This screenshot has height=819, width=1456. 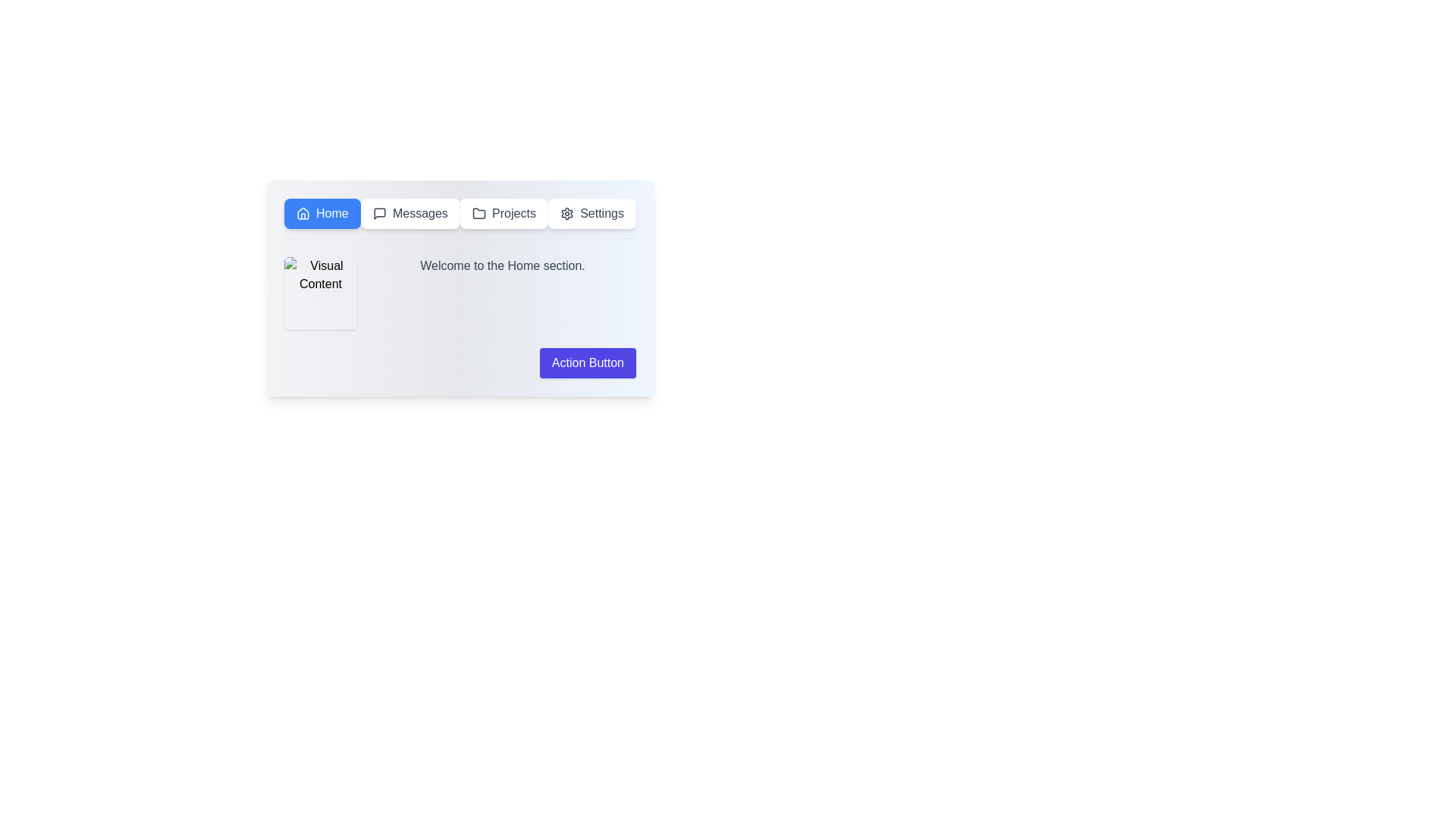 I want to click on the graphical representation of the 'Messages' button icon, which is located to the left of the text 'Messages' within the button section, so click(x=379, y=213).